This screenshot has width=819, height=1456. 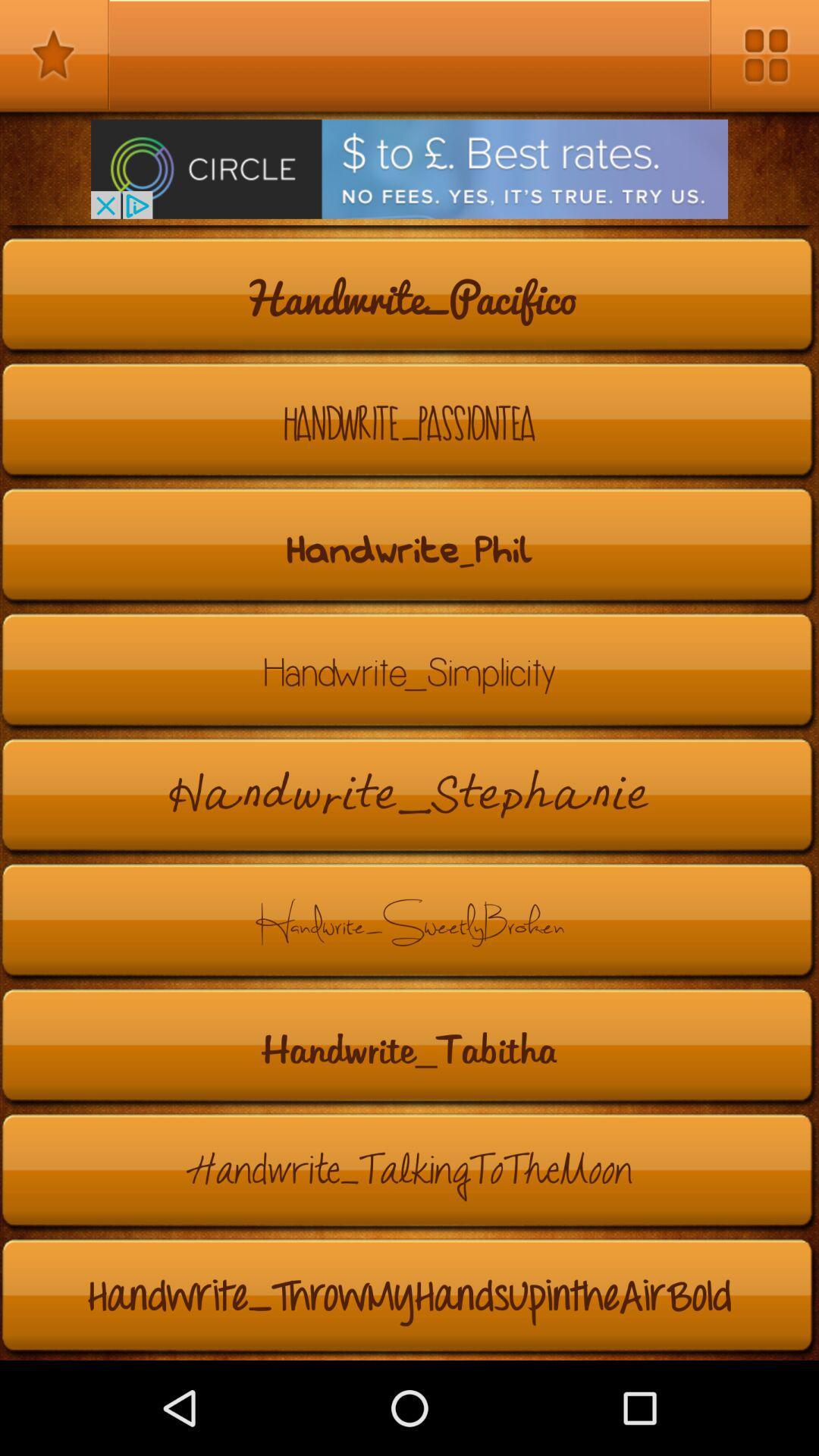 I want to click on more options, so click(x=764, y=55).